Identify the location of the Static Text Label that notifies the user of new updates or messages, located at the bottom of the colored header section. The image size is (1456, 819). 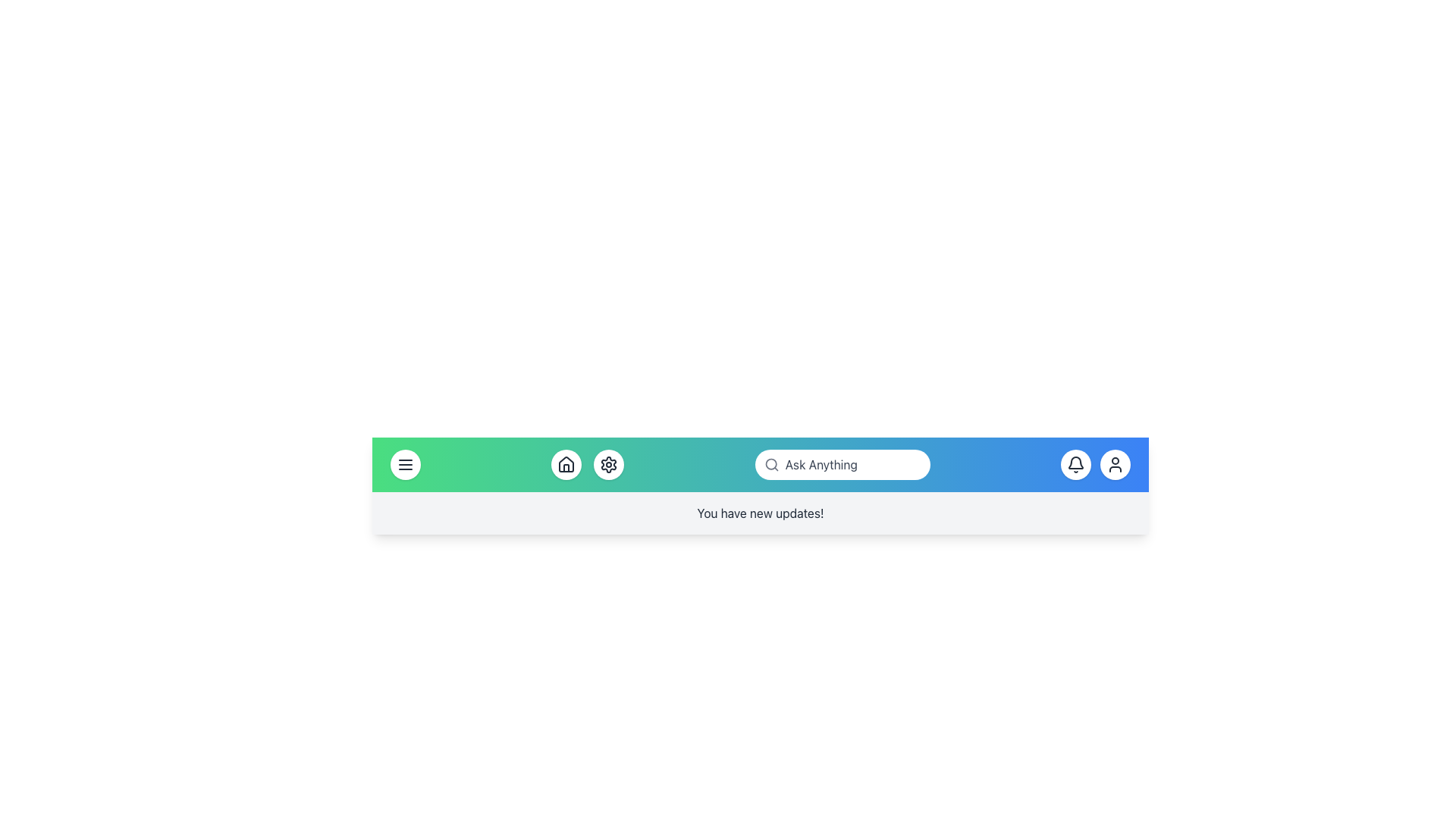
(761, 513).